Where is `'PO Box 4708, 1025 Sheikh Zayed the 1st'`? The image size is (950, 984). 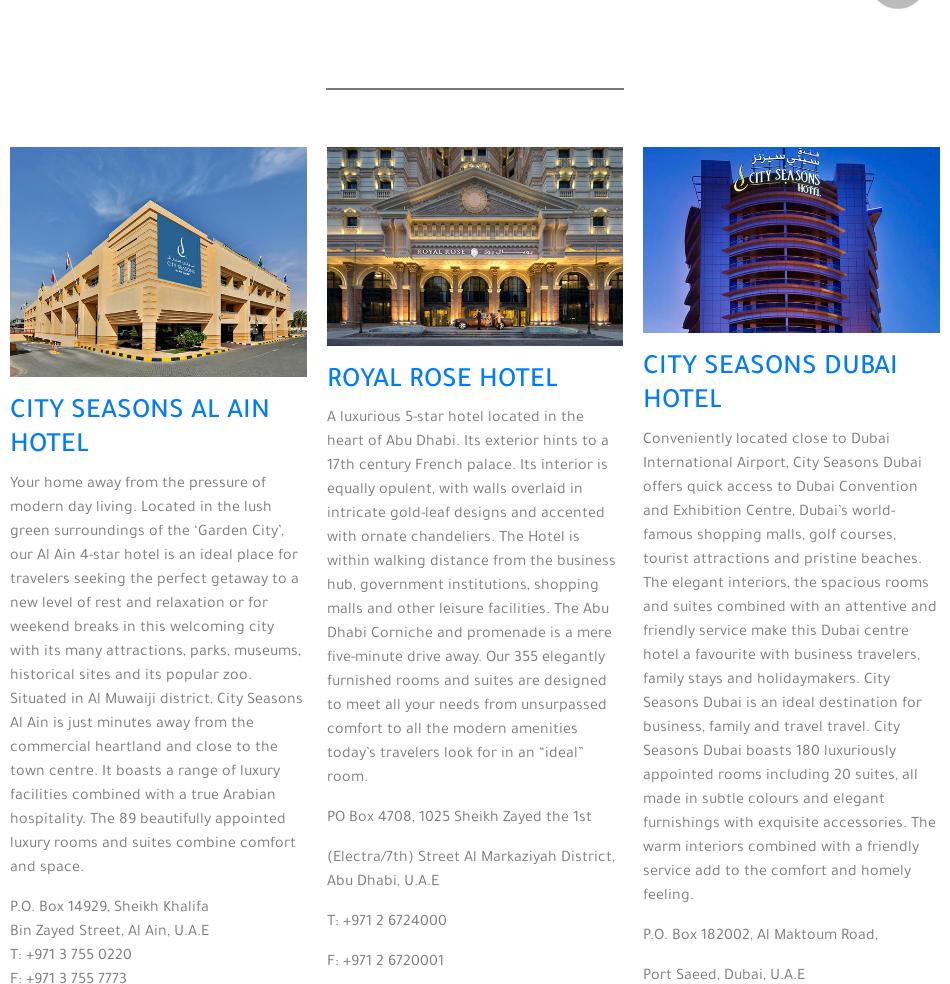
'PO Box 4708, 1025 Sheikh Zayed the 1st' is located at coordinates (325, 817).